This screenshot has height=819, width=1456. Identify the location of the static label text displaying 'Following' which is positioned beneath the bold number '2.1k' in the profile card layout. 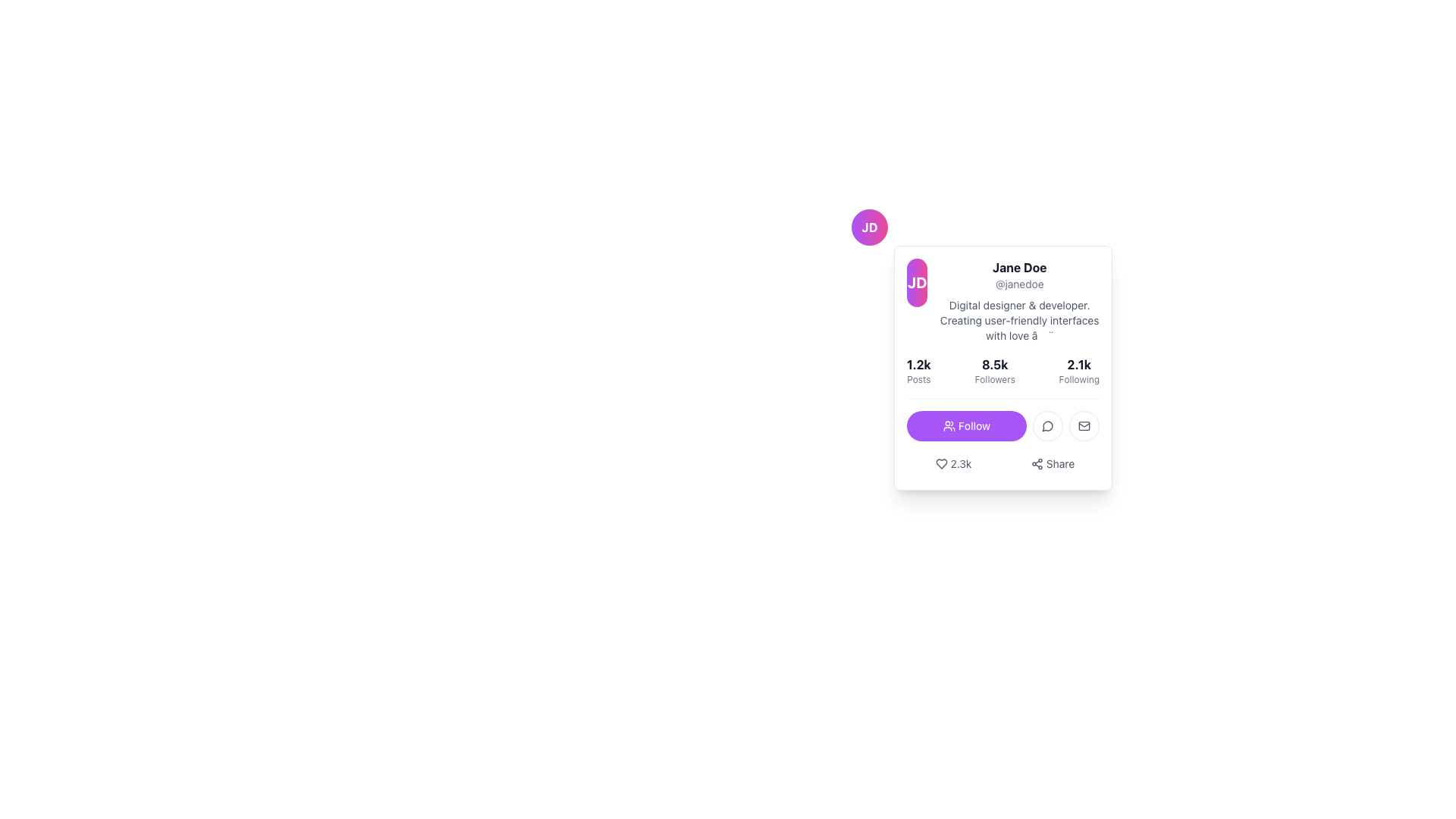
(1078, 379).